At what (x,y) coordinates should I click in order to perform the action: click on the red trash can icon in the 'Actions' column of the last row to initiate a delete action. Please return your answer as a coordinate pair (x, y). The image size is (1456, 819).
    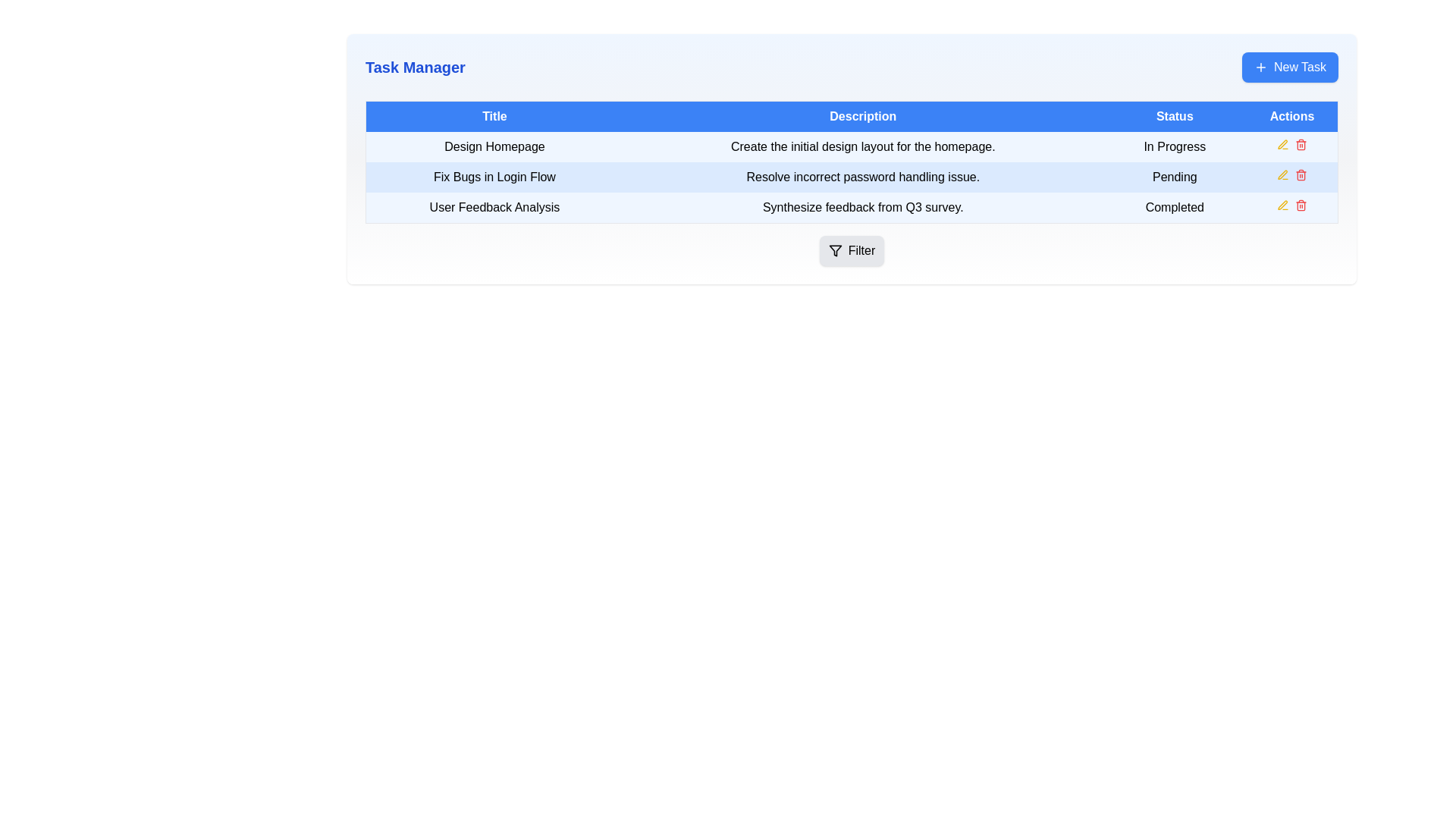
    Looking at the image, I should click on (1300, 205).